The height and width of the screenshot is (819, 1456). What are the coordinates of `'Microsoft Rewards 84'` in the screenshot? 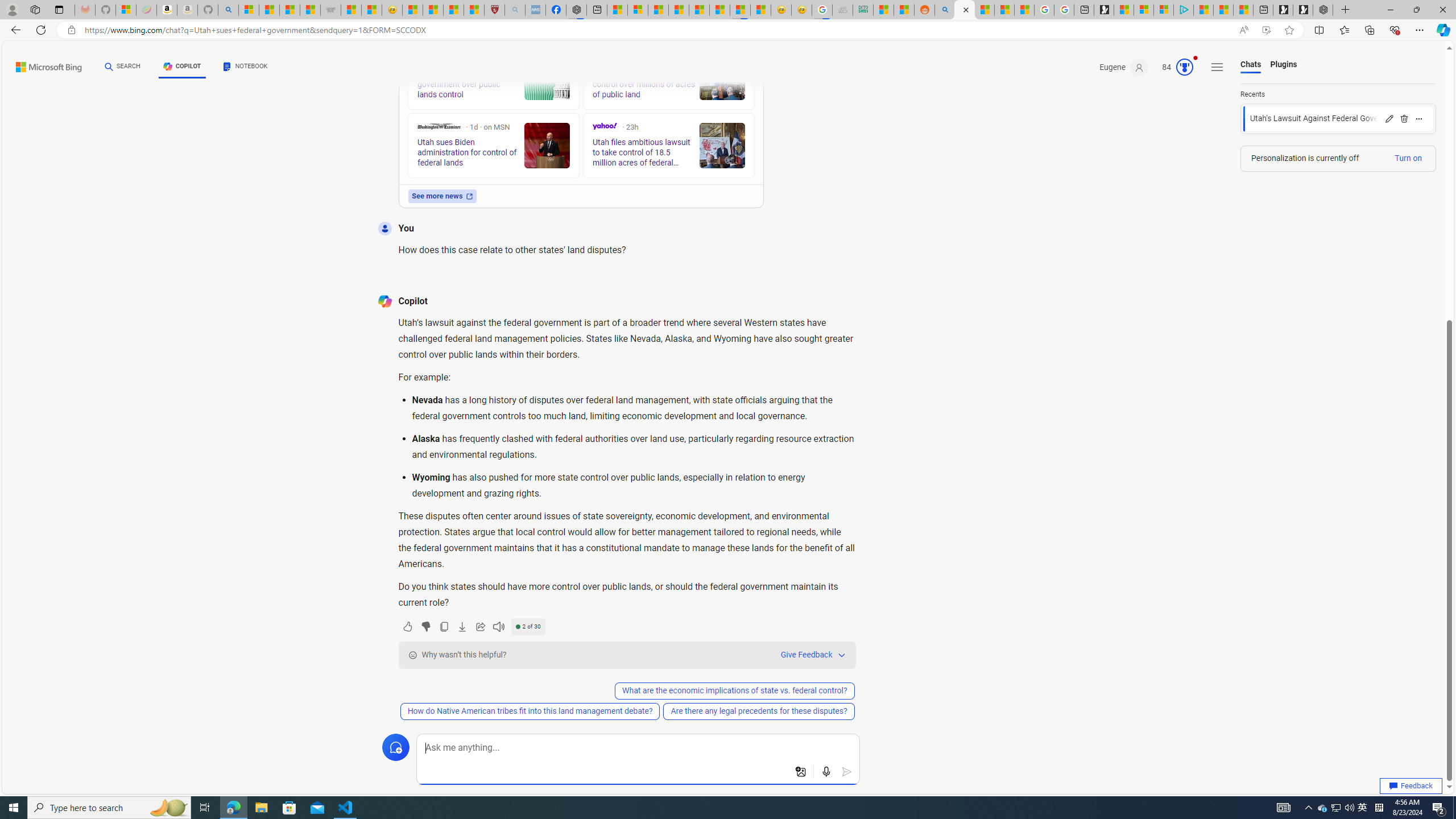 It's located at (1173, 67).